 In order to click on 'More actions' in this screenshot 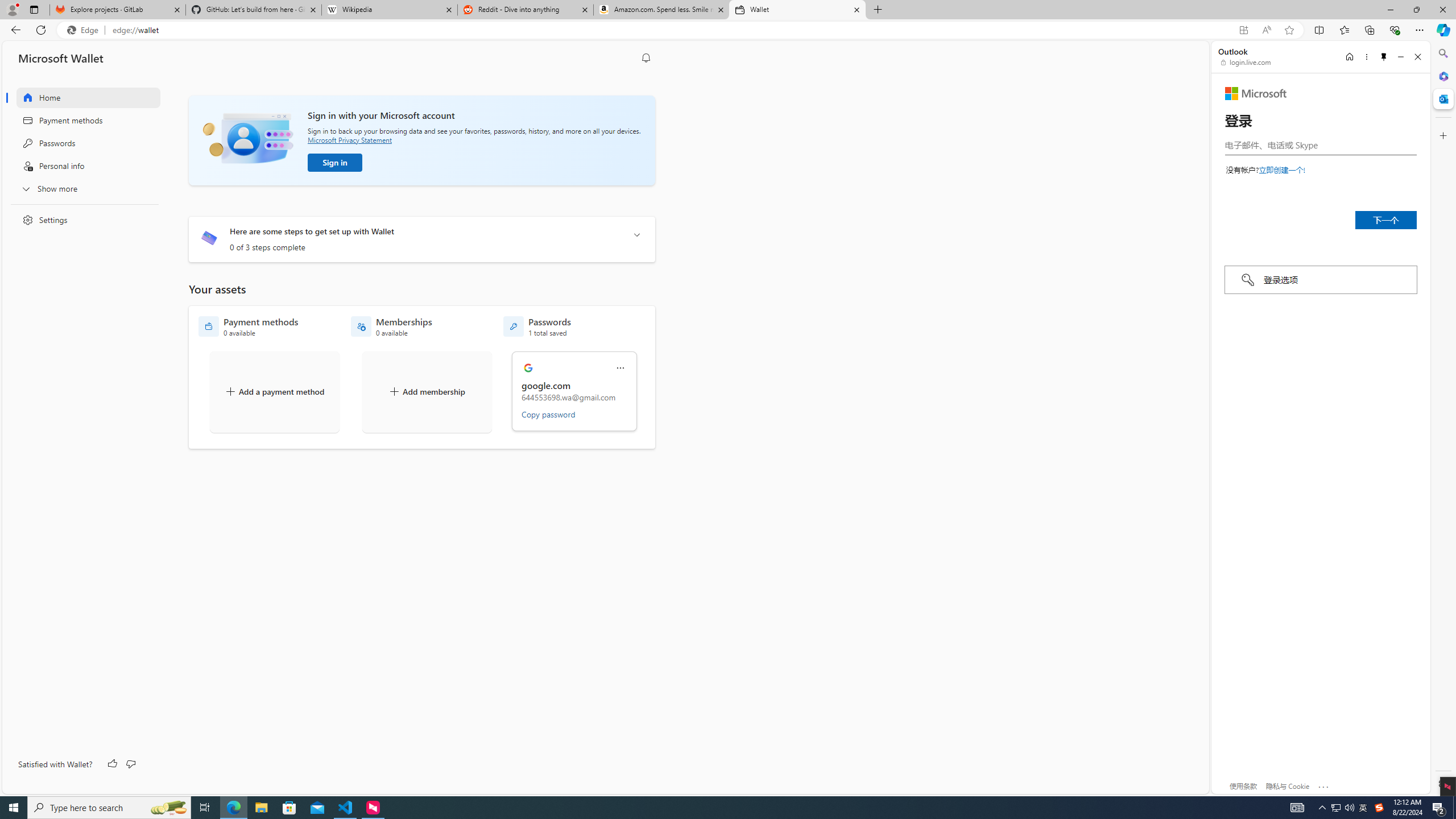, I will do `click(619, 368)`.